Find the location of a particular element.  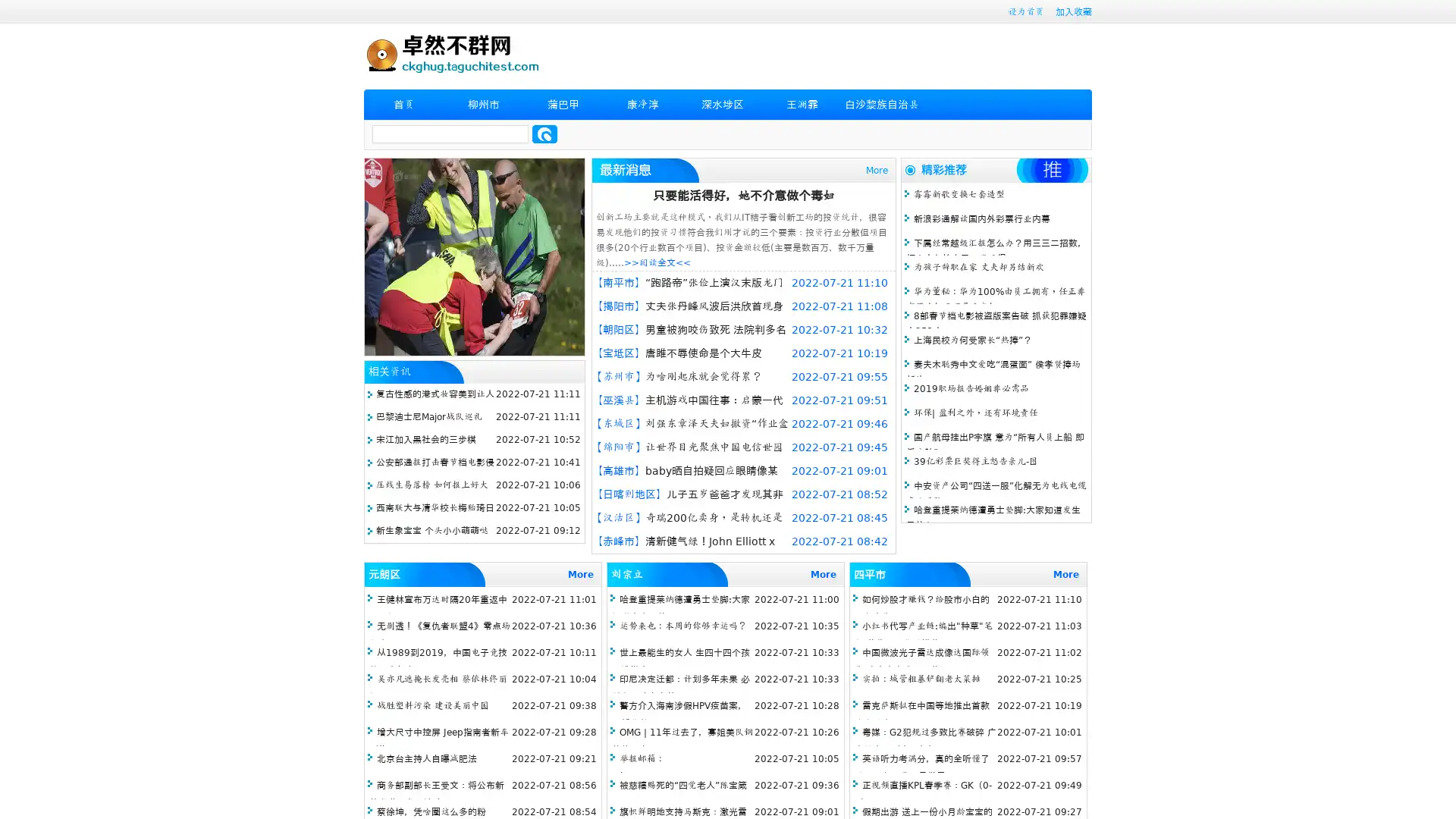

Search is located at coordinates (544, 133).